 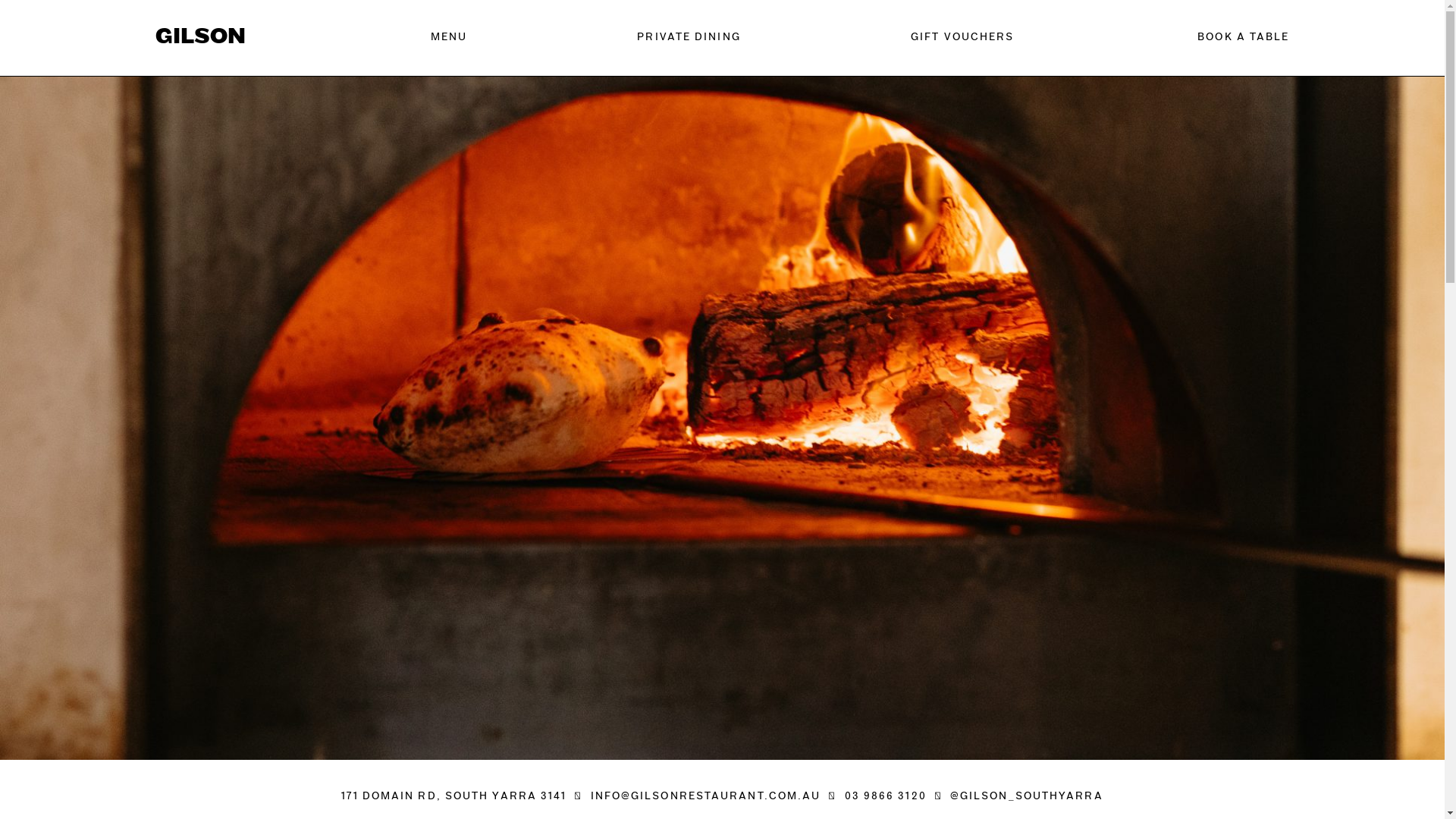 I want to click on 'INFO@GILSONRESTAURANT.COM.AU', so click(x=705, y=795).